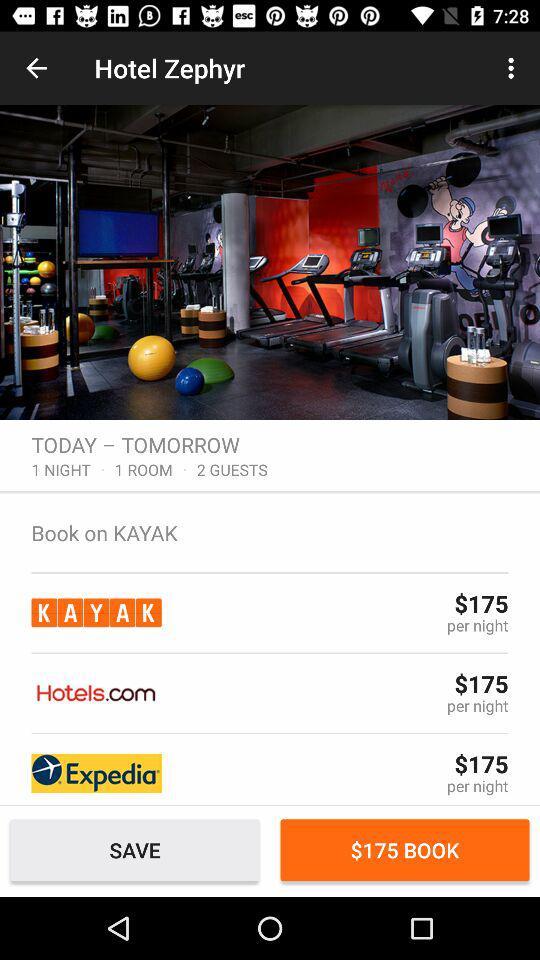 Image resolution: width=540 pixels, height=960 pixels. Describe the element at coordinates (36, 68) in the screenshot. I see `the icon next to the hotel zephyr item` at that location.